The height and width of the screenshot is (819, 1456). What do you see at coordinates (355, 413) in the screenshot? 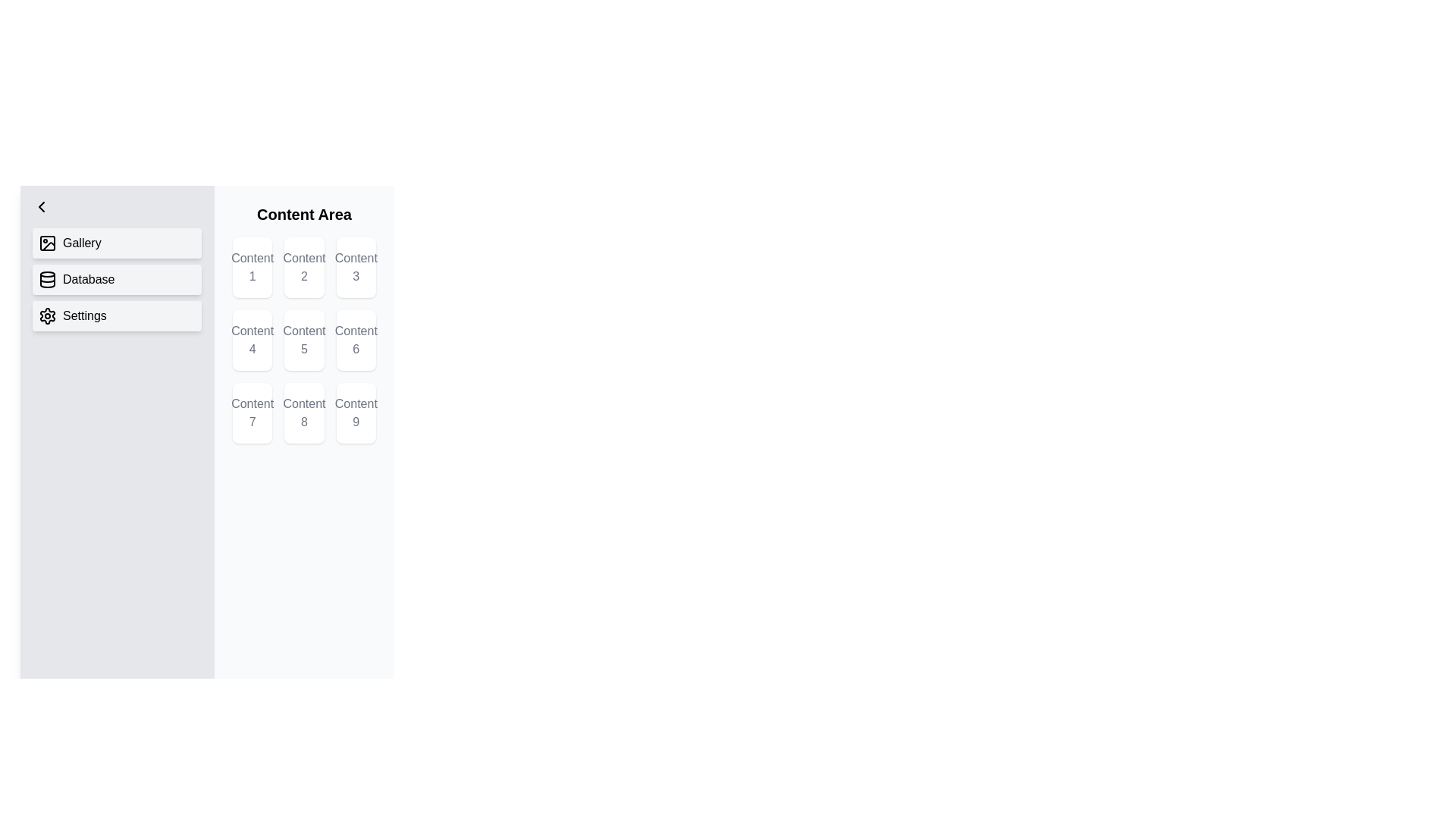
I see `the box-like component with a white background and rounded corners that contains the text 'Content 9' in gray font, located in the bottom-right corner of the 3x3 grid layout within the 'Content Area' section` at bounding box center [355, 413].